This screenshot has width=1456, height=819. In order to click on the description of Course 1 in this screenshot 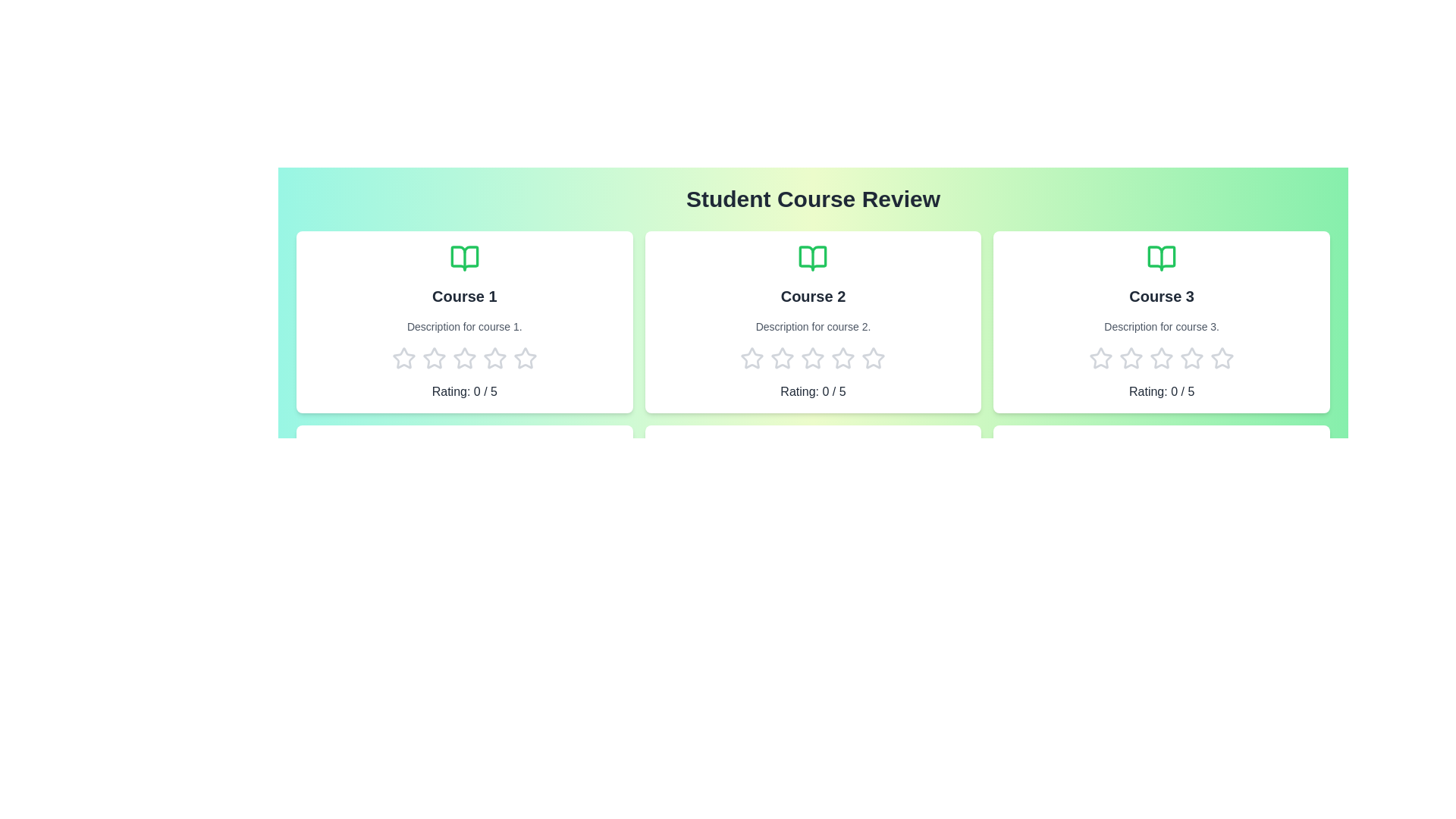, I will do `click(463, 326)`.